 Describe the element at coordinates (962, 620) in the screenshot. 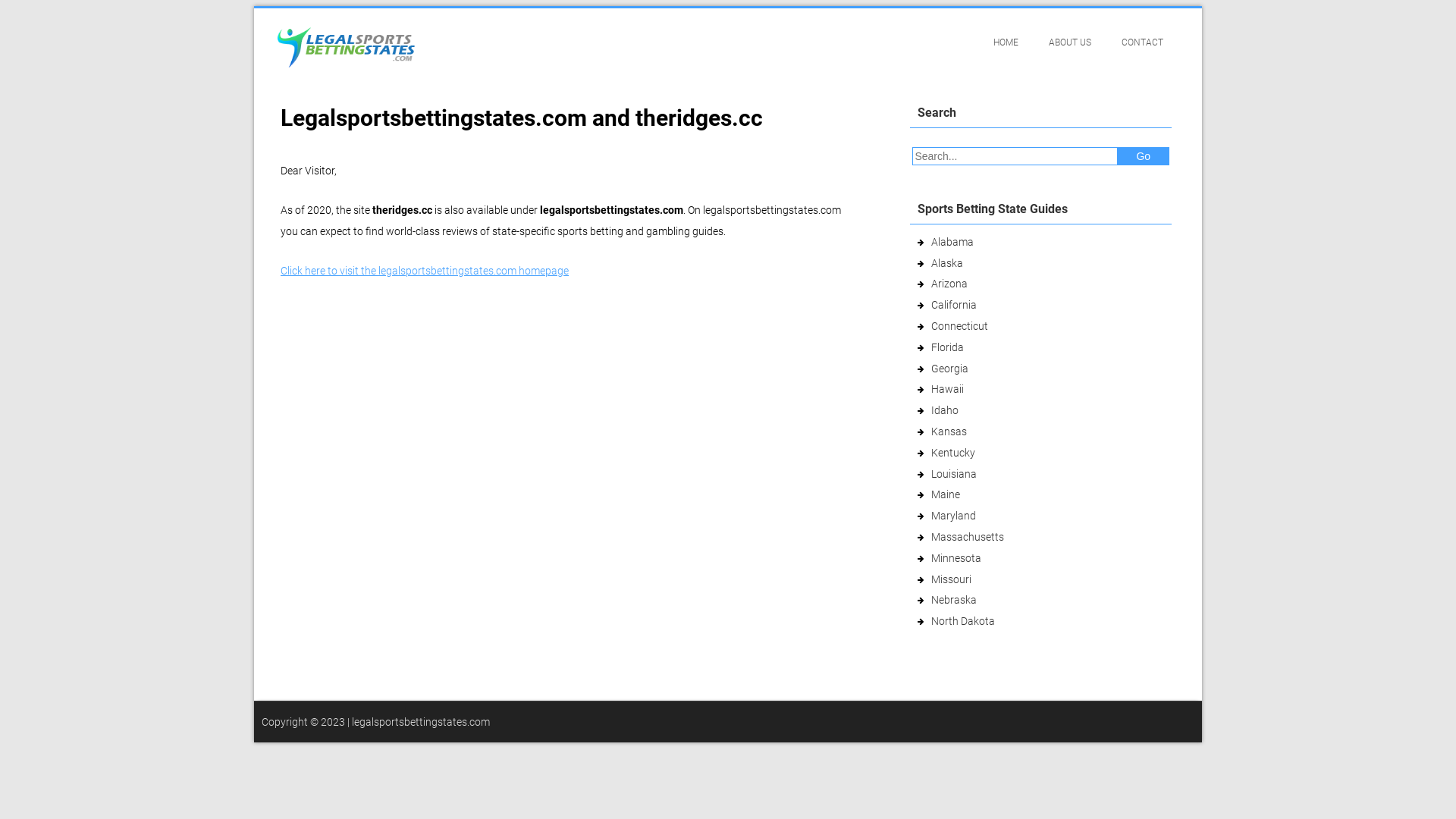

I see `'North Dakota'` at that location.